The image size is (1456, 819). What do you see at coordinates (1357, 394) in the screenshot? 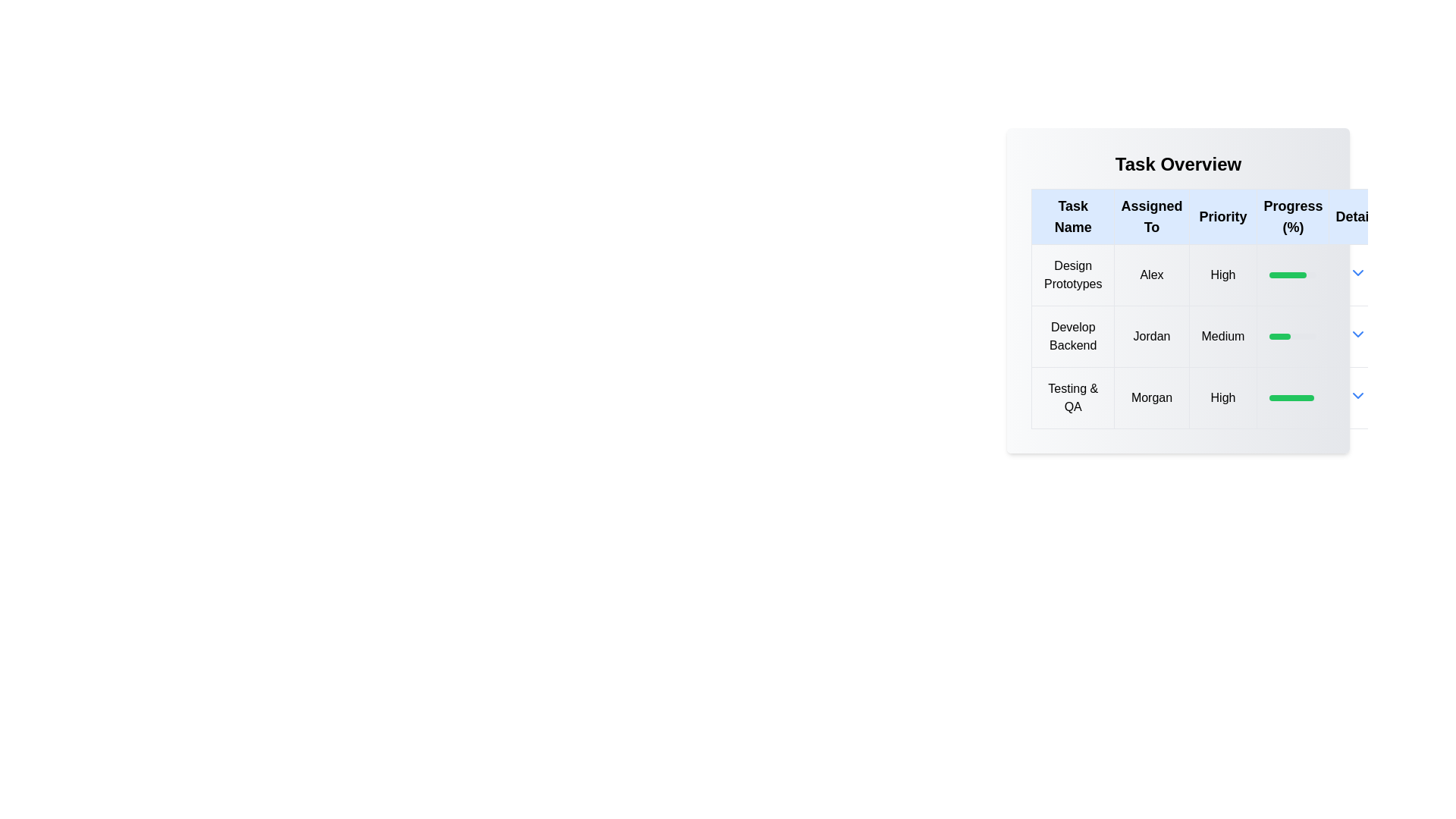
I see `expand/collapse button for the task Testing & QA` at bounding box center [1357, 394].